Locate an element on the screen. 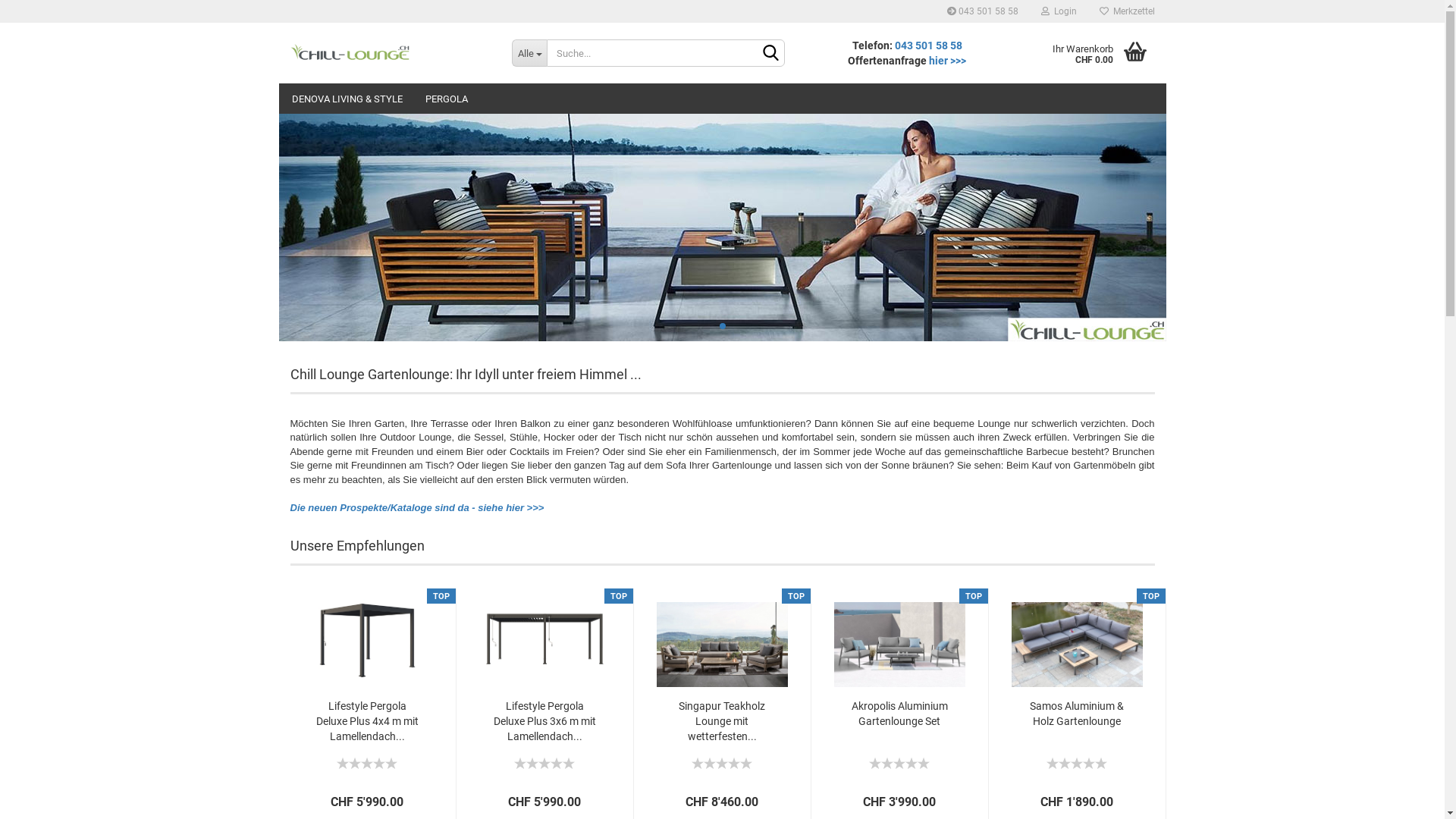 Image resolution: width=1456 pixels, height=819 pixels. ' Login' is located at coordinates (1058, 11).